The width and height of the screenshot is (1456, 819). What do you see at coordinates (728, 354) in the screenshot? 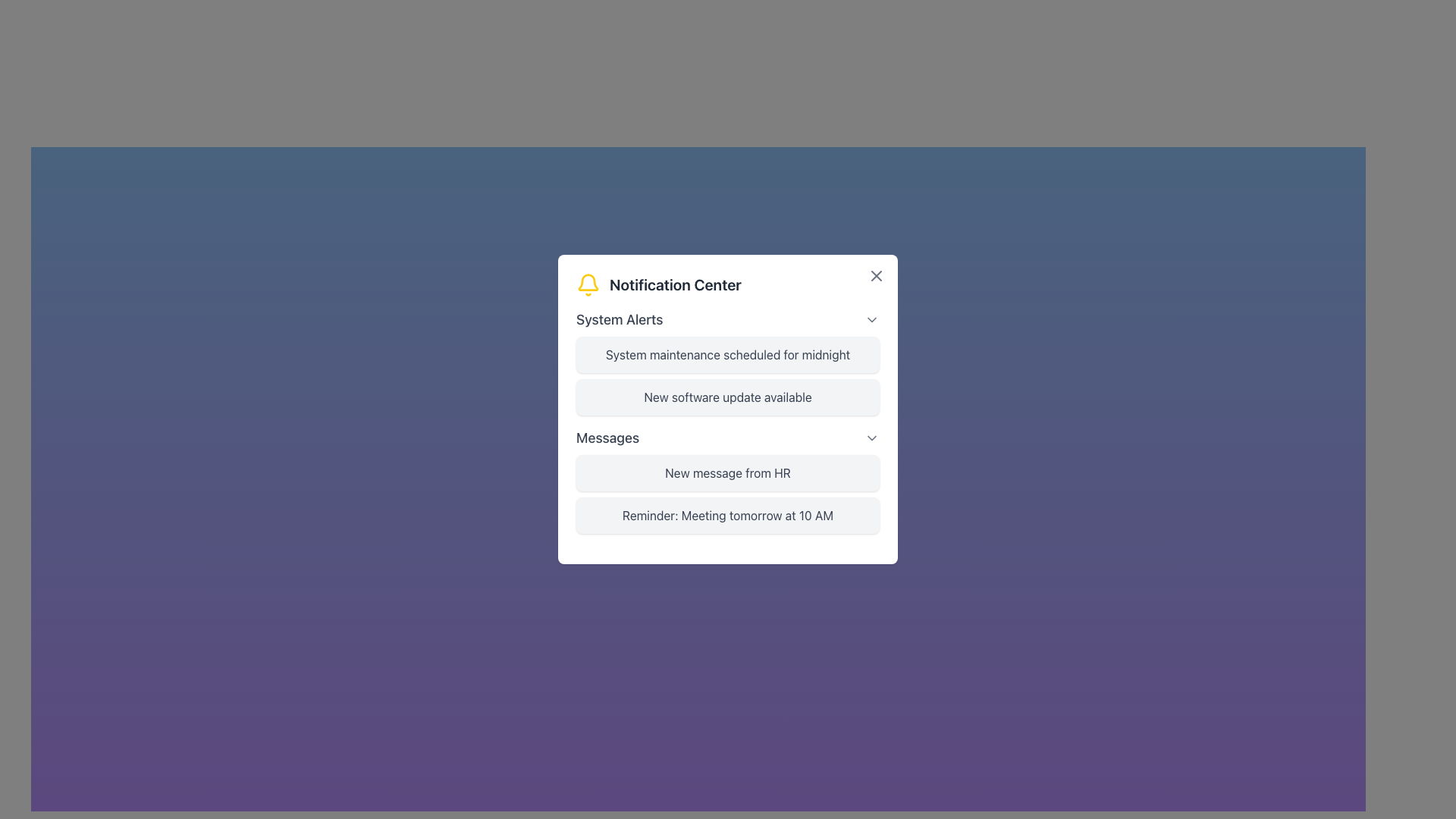
I see `the Text Display Box in the 'System Alerts' section of the 'Notification Center' dialog, which displays an informational message about scheduled system maintenance` at bounding box center [728, 354].